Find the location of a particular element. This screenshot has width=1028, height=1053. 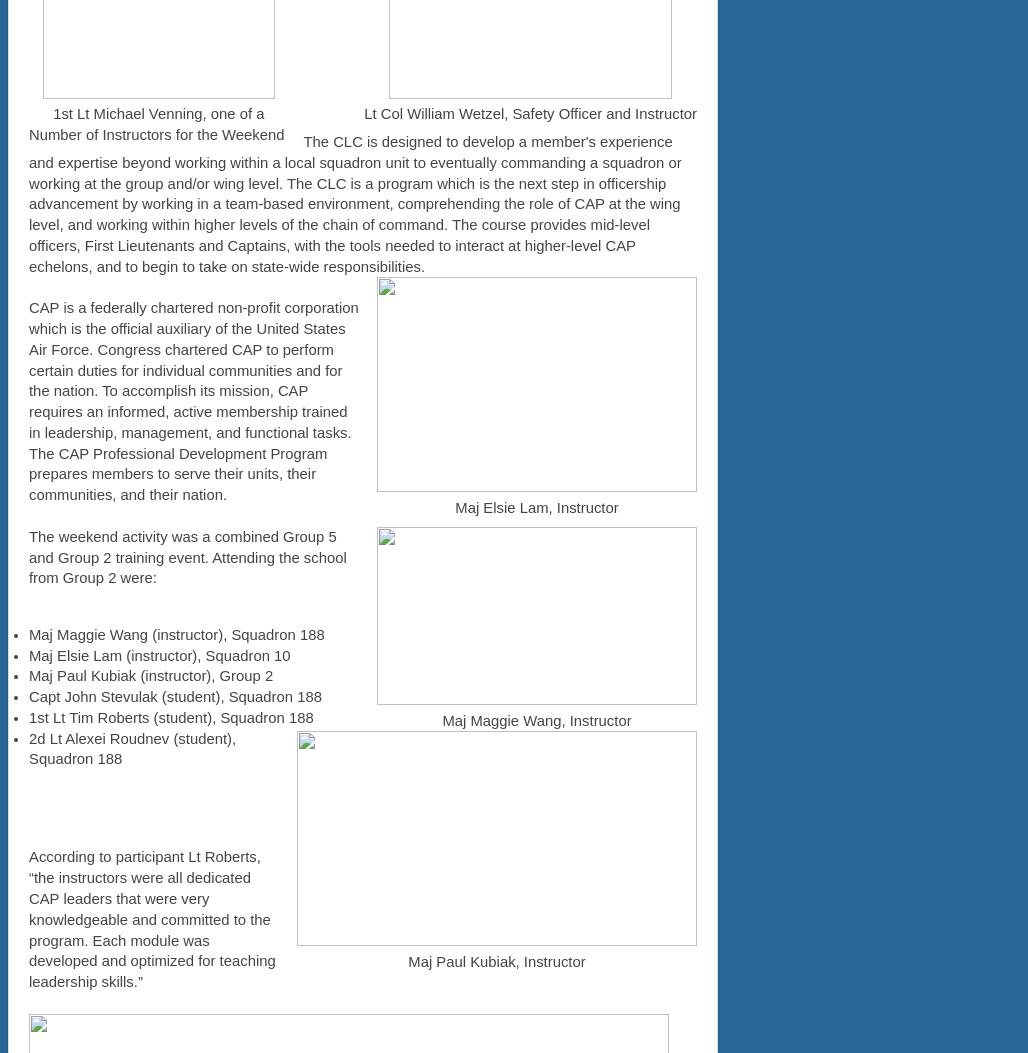

'The CLC is designed to develop a member's experience and expertise beyond working within a local squadron unit to eventually commanding a squadron or working at the group and/or wing level. The CLC is a program which is the next step in officership advancement by working in a team-based environment, comprehending the role of CAP at the wing level, and working within higher levels of the chain of command. The course provides mid-level officers, First Lieutenants and Captains, with the tools needed to interact at higher-level CAP echelons, and to begin to take on state-wide responsibilities.' is located at coordinates (353, 203).